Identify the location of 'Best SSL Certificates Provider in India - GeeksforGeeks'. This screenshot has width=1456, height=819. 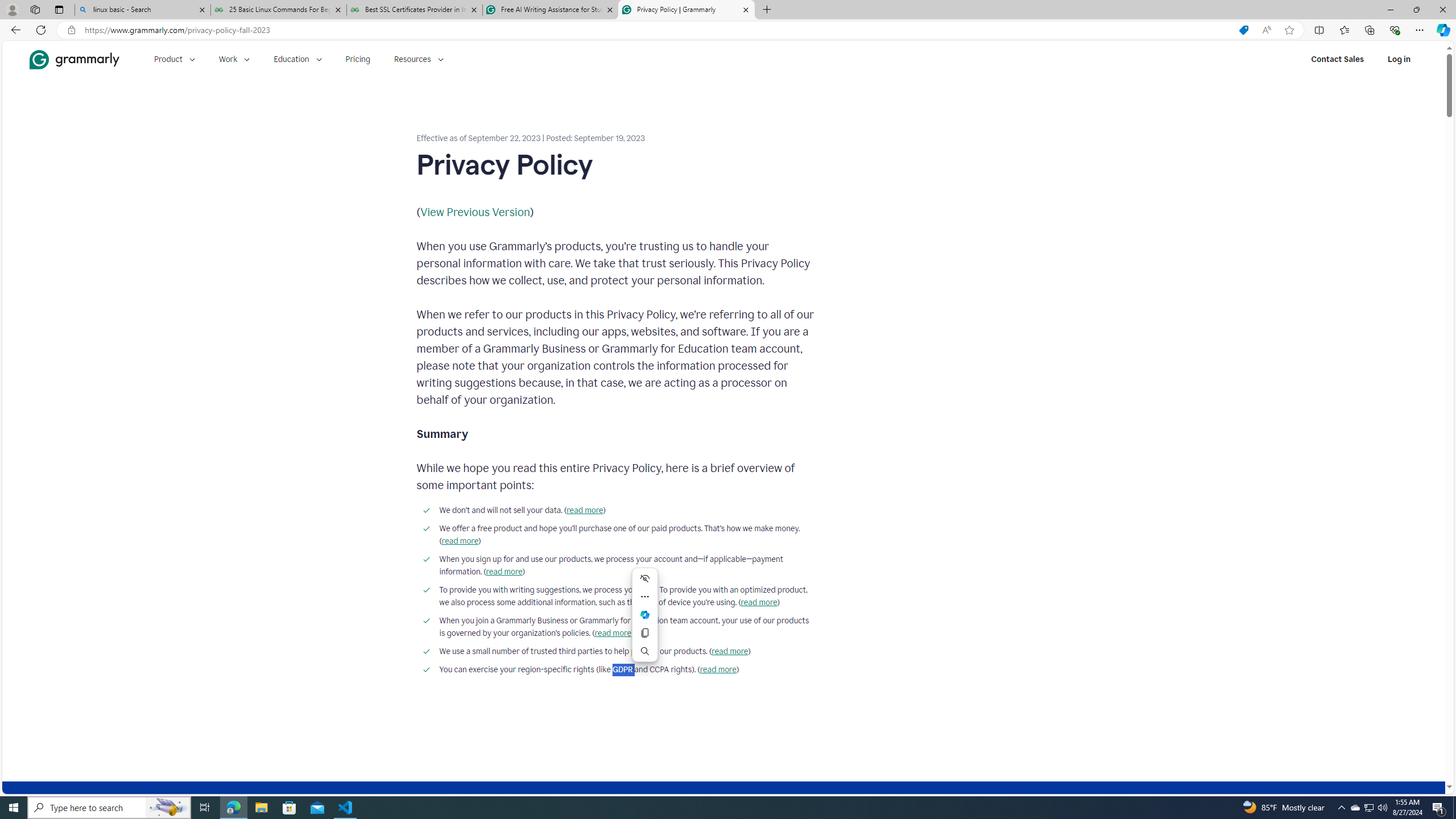
(415, 9).